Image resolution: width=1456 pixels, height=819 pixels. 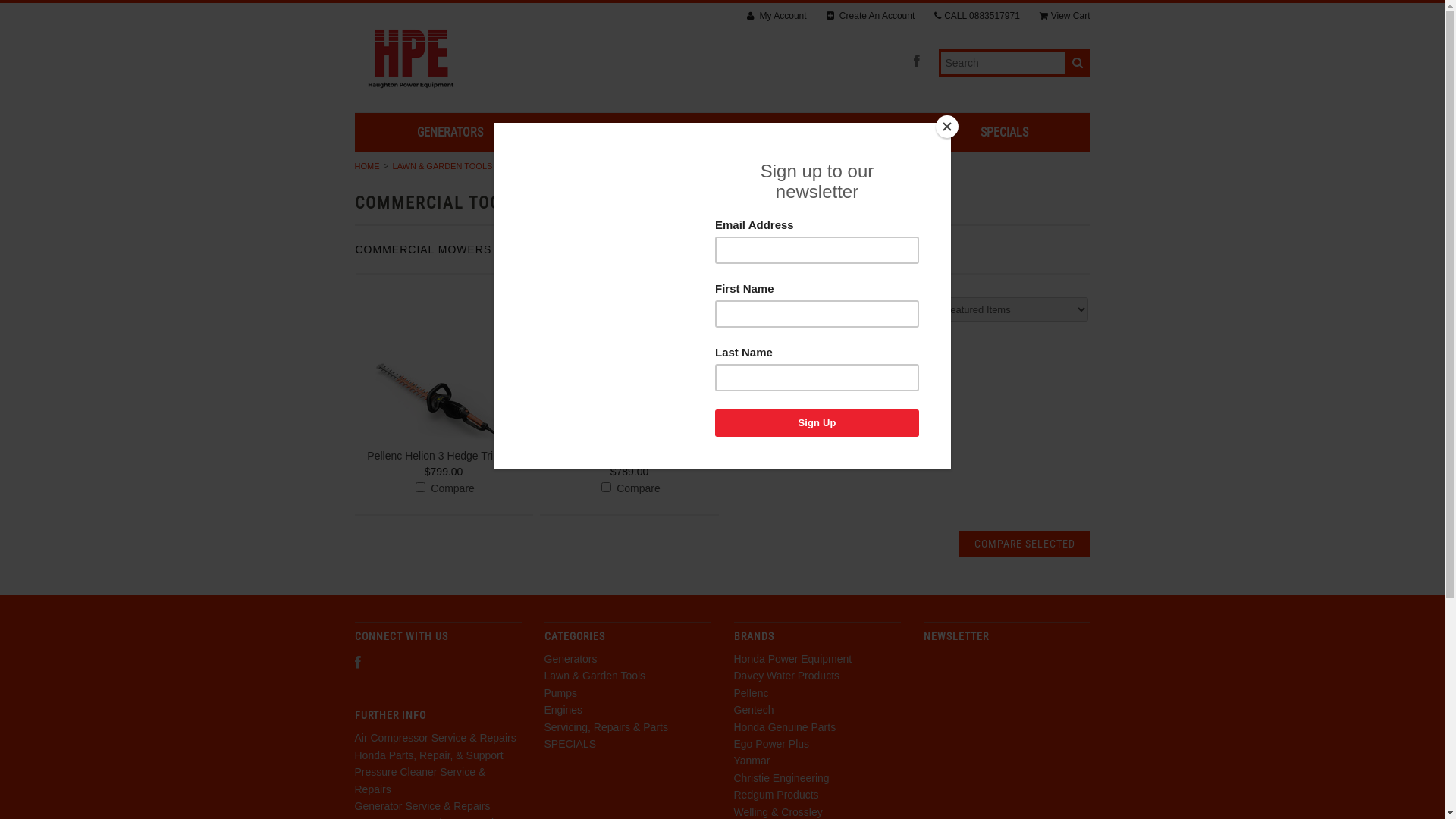 What do you see at coordinates (792, 657) in the screenshot?
I see `'Honda Power Equipment'` at bounding box center [792, 657].